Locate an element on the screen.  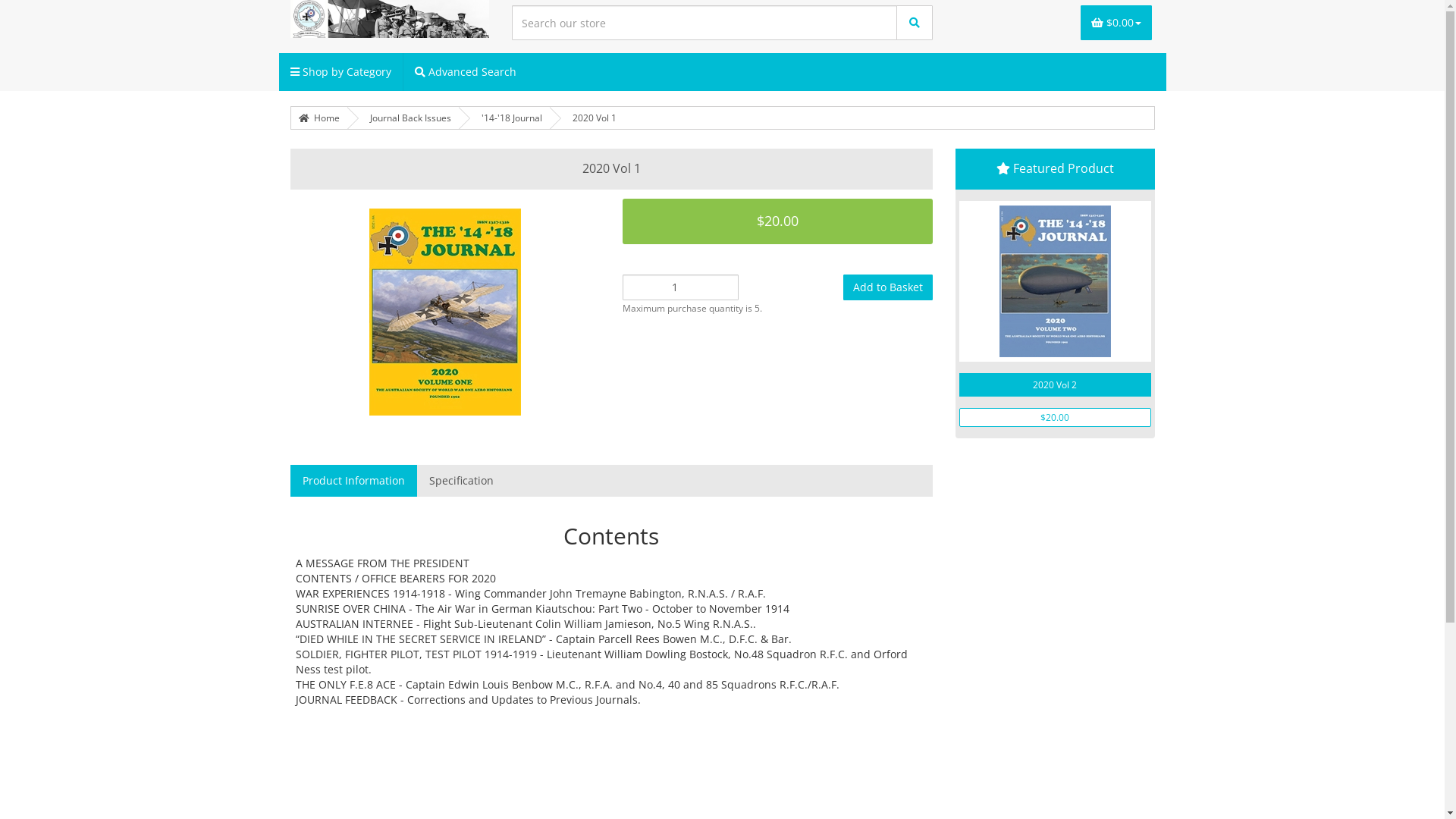
''14-'18 Journal' is located at coordinates (472, 117).